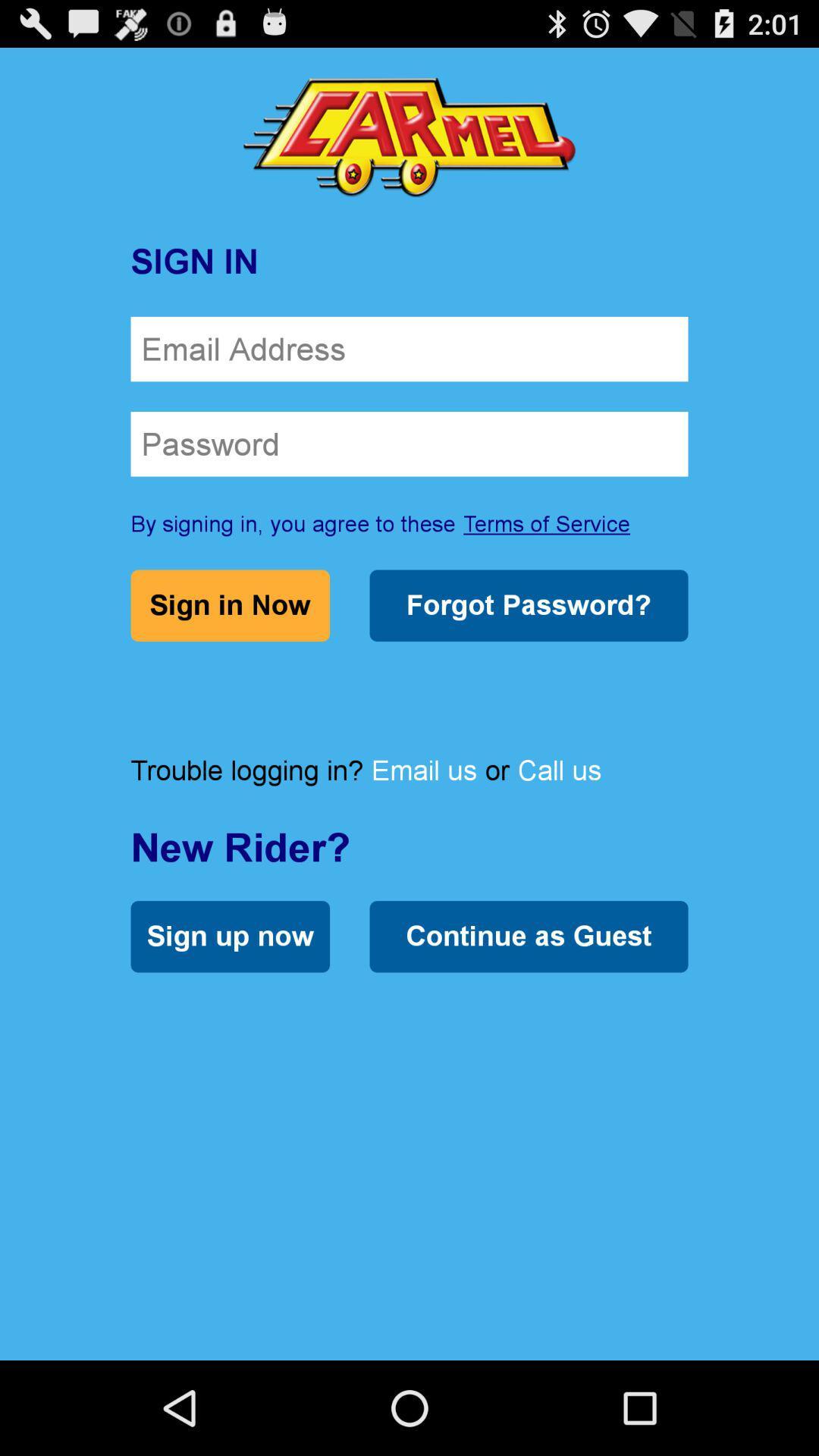 Image resolution: width=819 pixels, height=1456 pixels. What do you see at coordinates (559, 770) in the screenshot?
I see `call us  item` at bounding box center [559, 770].